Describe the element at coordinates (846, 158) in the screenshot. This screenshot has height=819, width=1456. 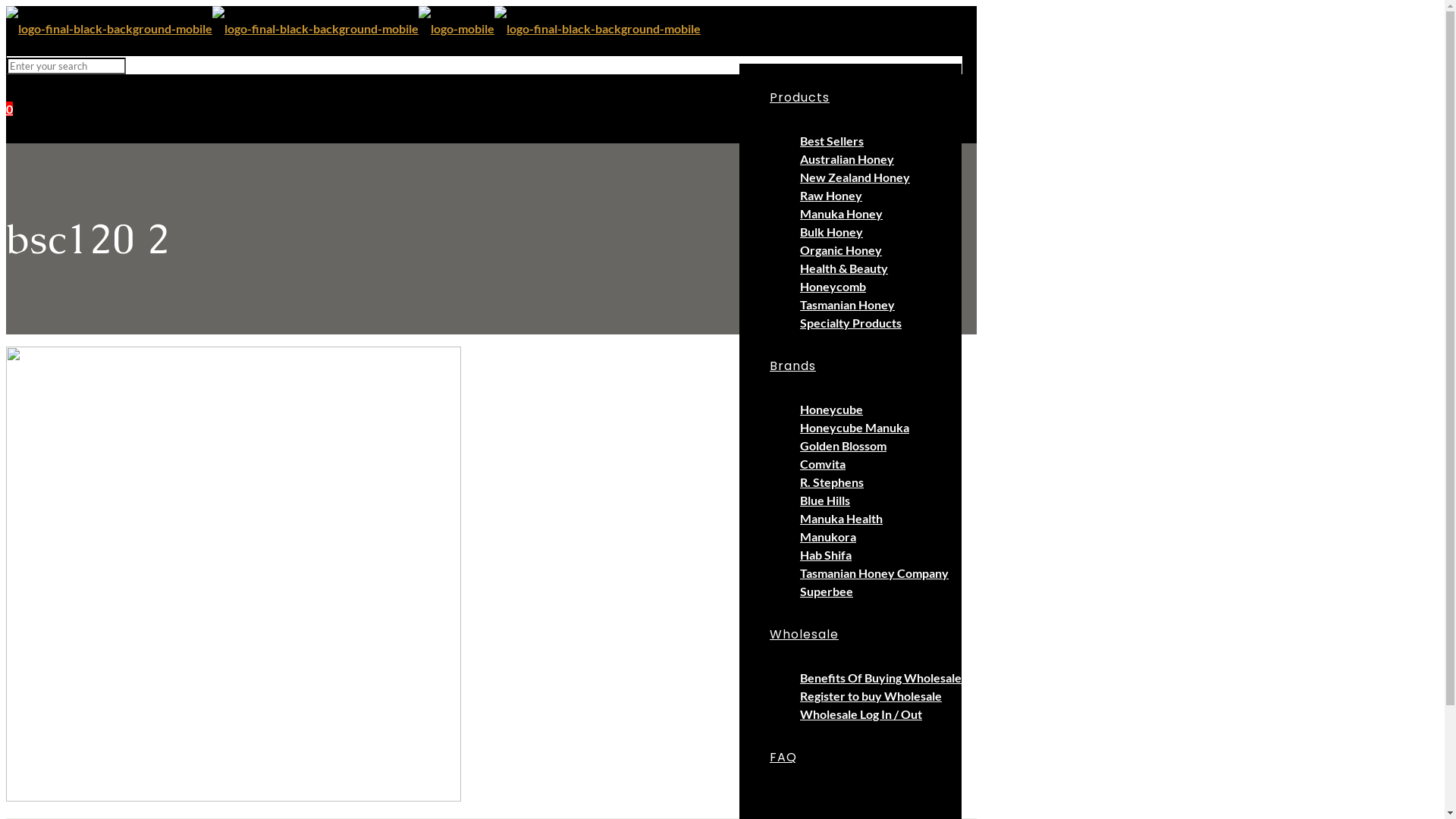
I see `'Australian Honey'` at that location.